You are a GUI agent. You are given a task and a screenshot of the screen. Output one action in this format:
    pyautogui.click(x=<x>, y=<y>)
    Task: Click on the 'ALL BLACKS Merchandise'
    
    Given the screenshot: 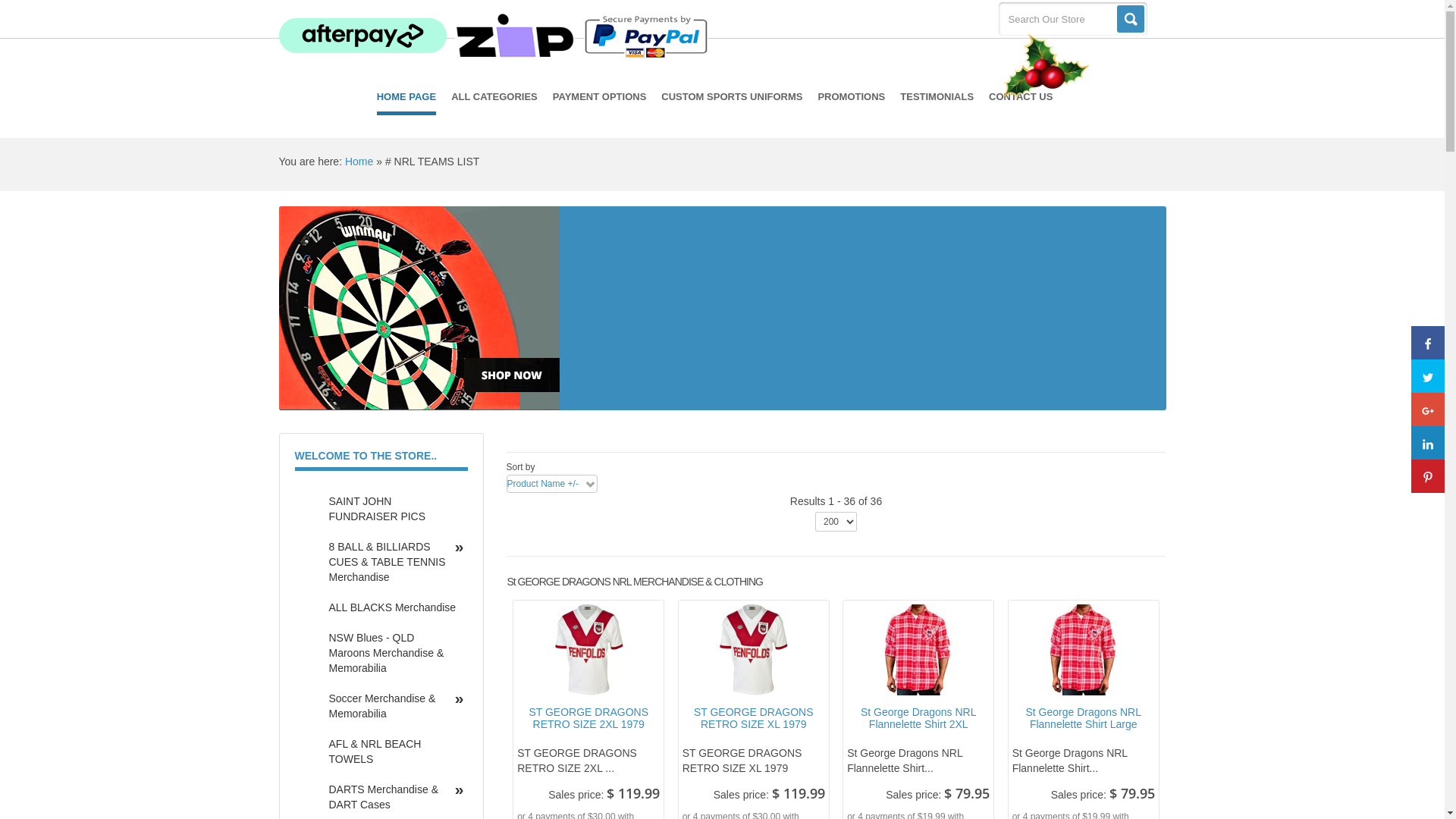 What is the action you would take?
    pyautogui.click(x=392, y=607)
    